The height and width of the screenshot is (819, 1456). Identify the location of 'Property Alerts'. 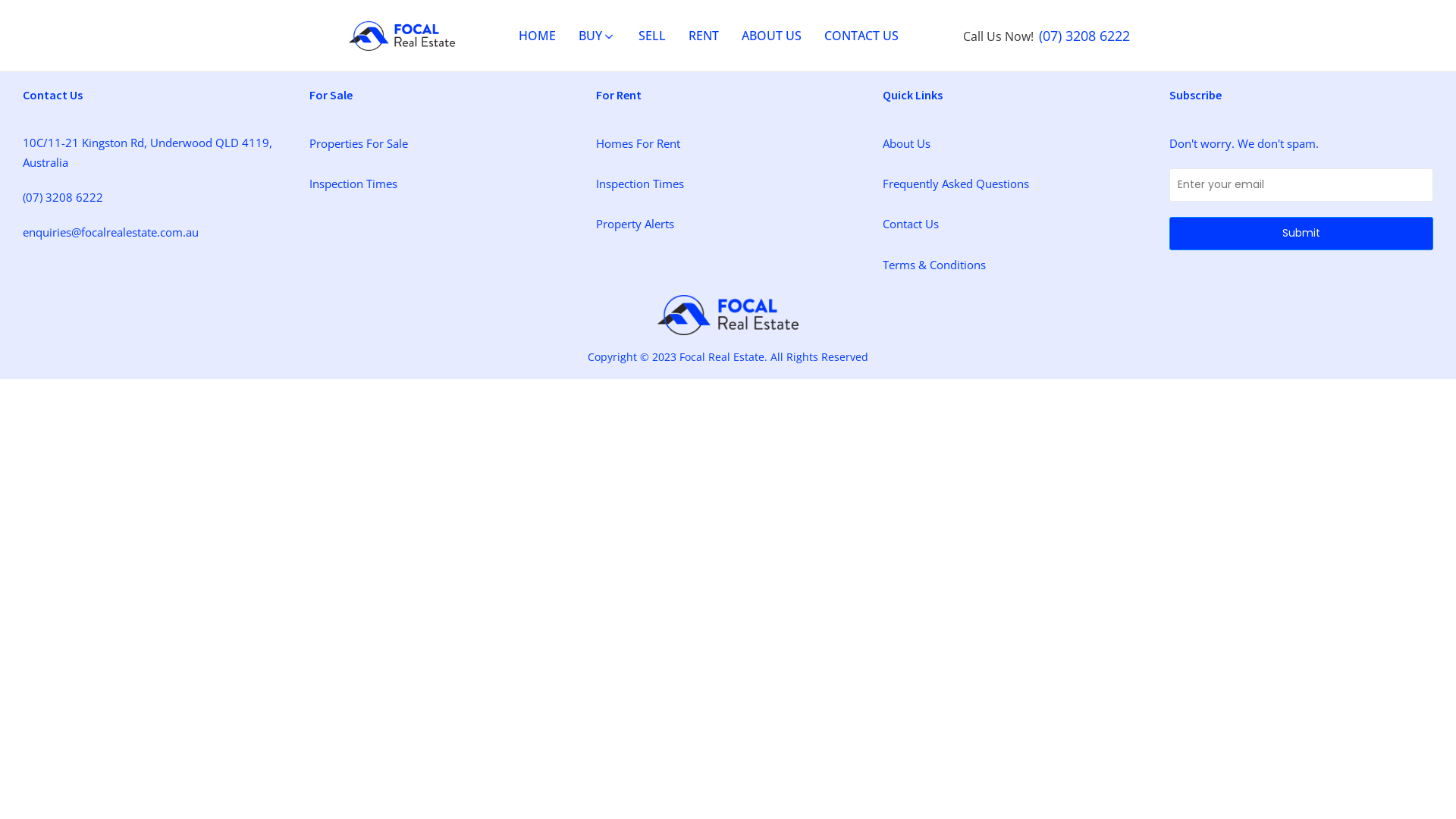
(635, 223).